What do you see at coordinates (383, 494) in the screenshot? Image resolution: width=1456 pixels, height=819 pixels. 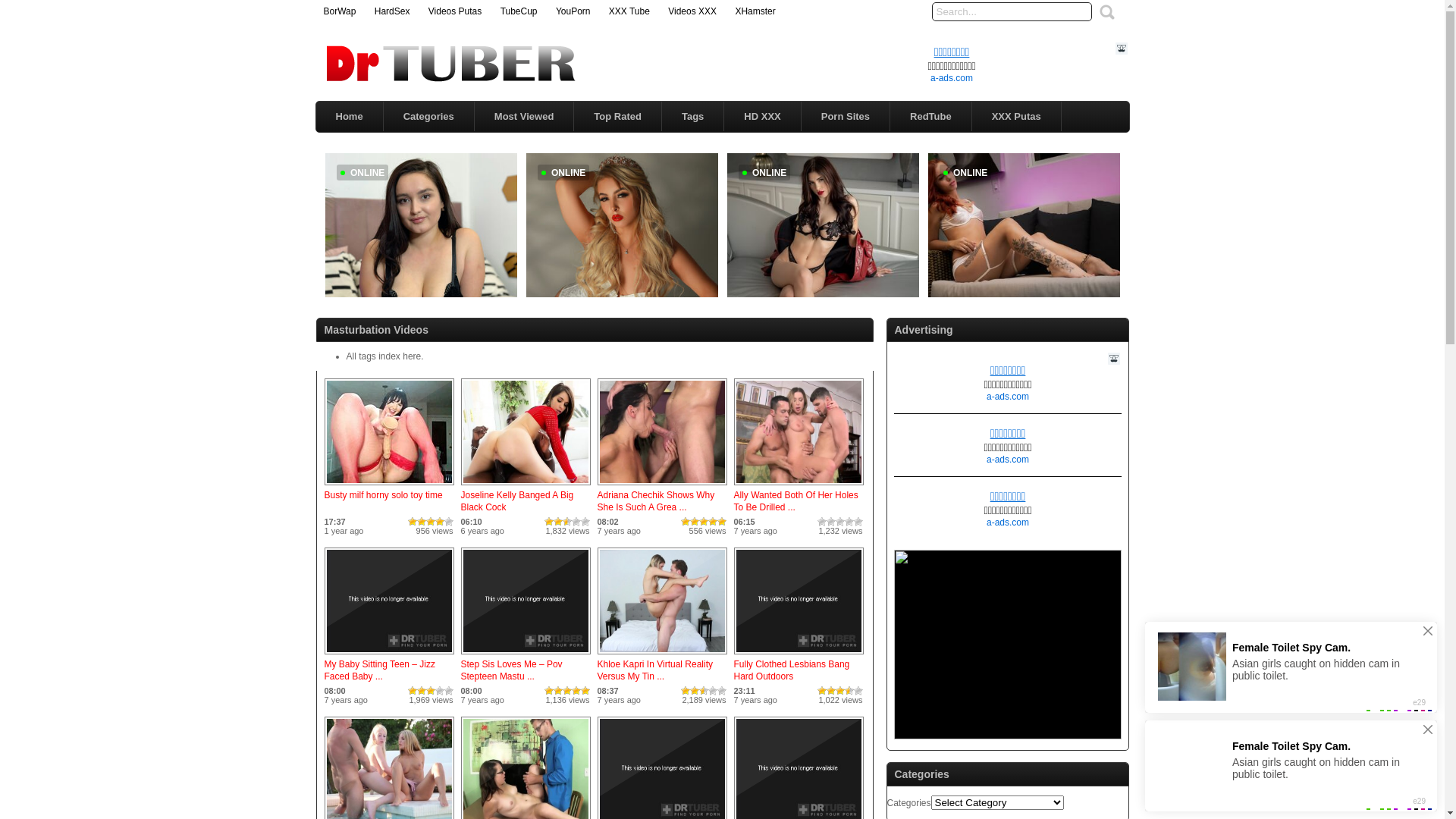 I see `'Busty milf horny solo toy time'` at bounding box center [383, 494].